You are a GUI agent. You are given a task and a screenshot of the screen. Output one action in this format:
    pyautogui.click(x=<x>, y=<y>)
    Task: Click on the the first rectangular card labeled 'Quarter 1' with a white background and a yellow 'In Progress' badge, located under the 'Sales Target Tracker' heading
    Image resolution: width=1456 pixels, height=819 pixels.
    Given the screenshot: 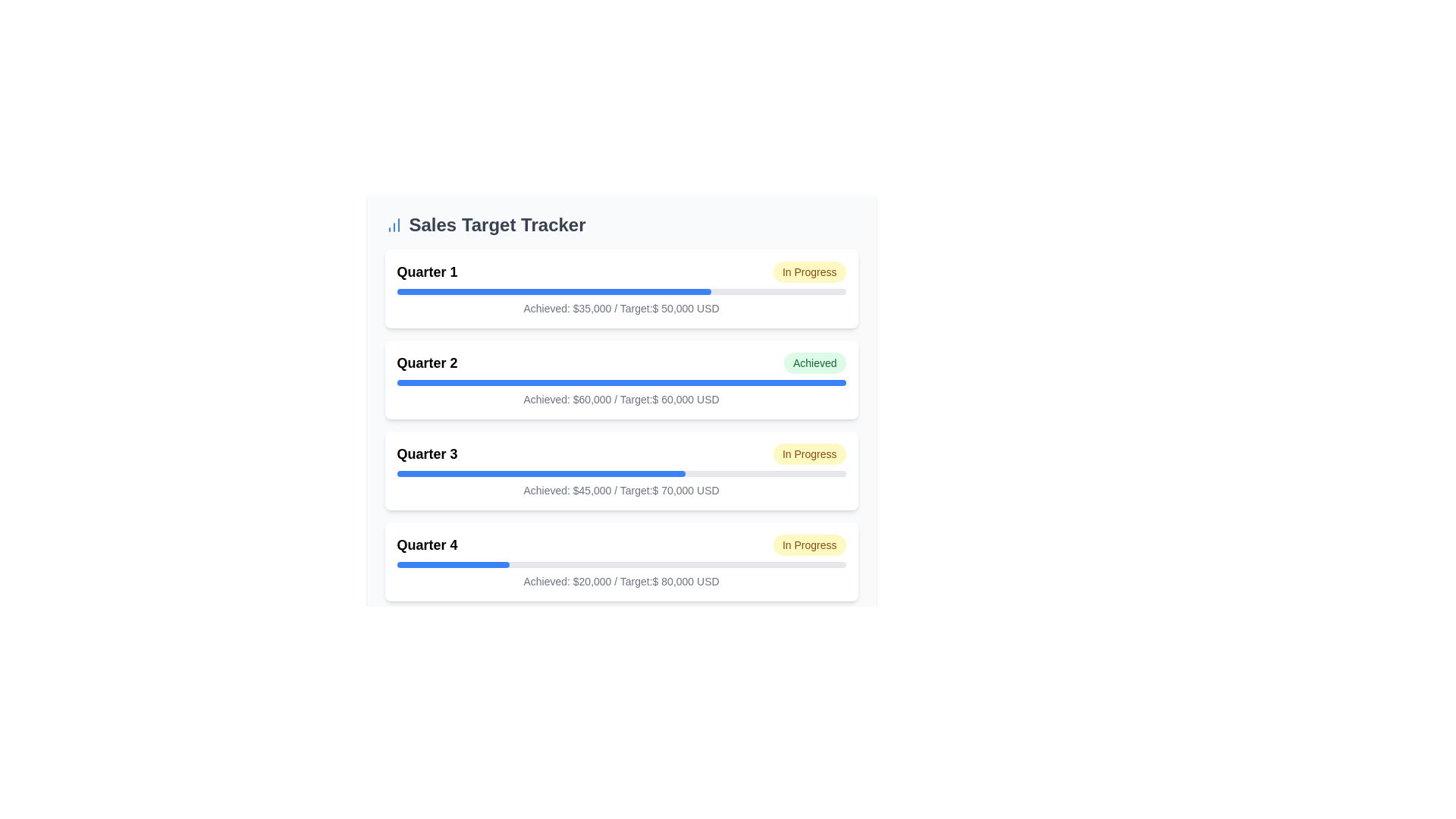 What is the action you would take?
    pyautogui.click(x=621, y=289)
    